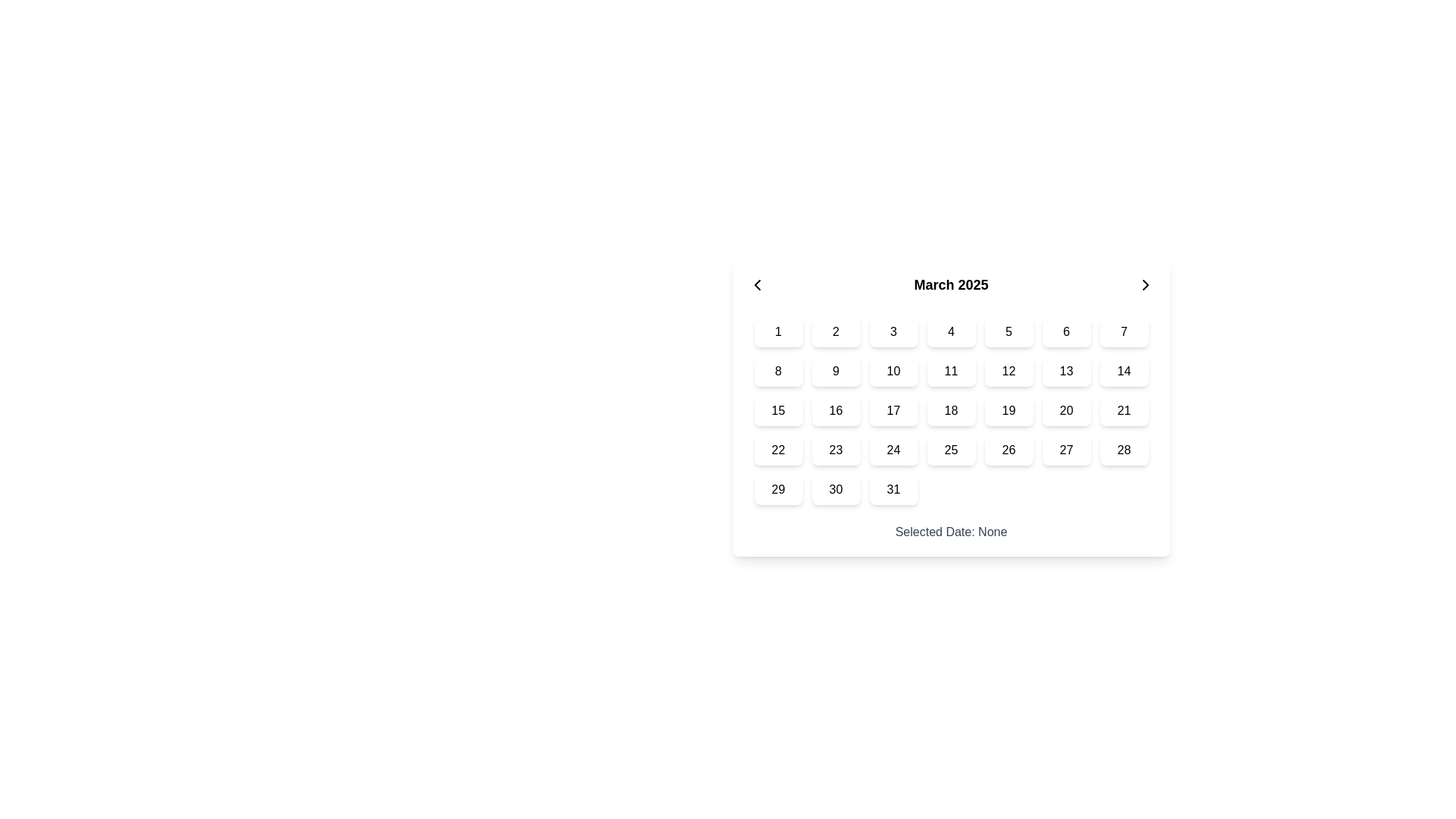  Describe the element at coordinates (778, 371) in the screenshot. I see `the button that allows users to select the number '8' in the calendar interface under 'March 2025'` at that location.